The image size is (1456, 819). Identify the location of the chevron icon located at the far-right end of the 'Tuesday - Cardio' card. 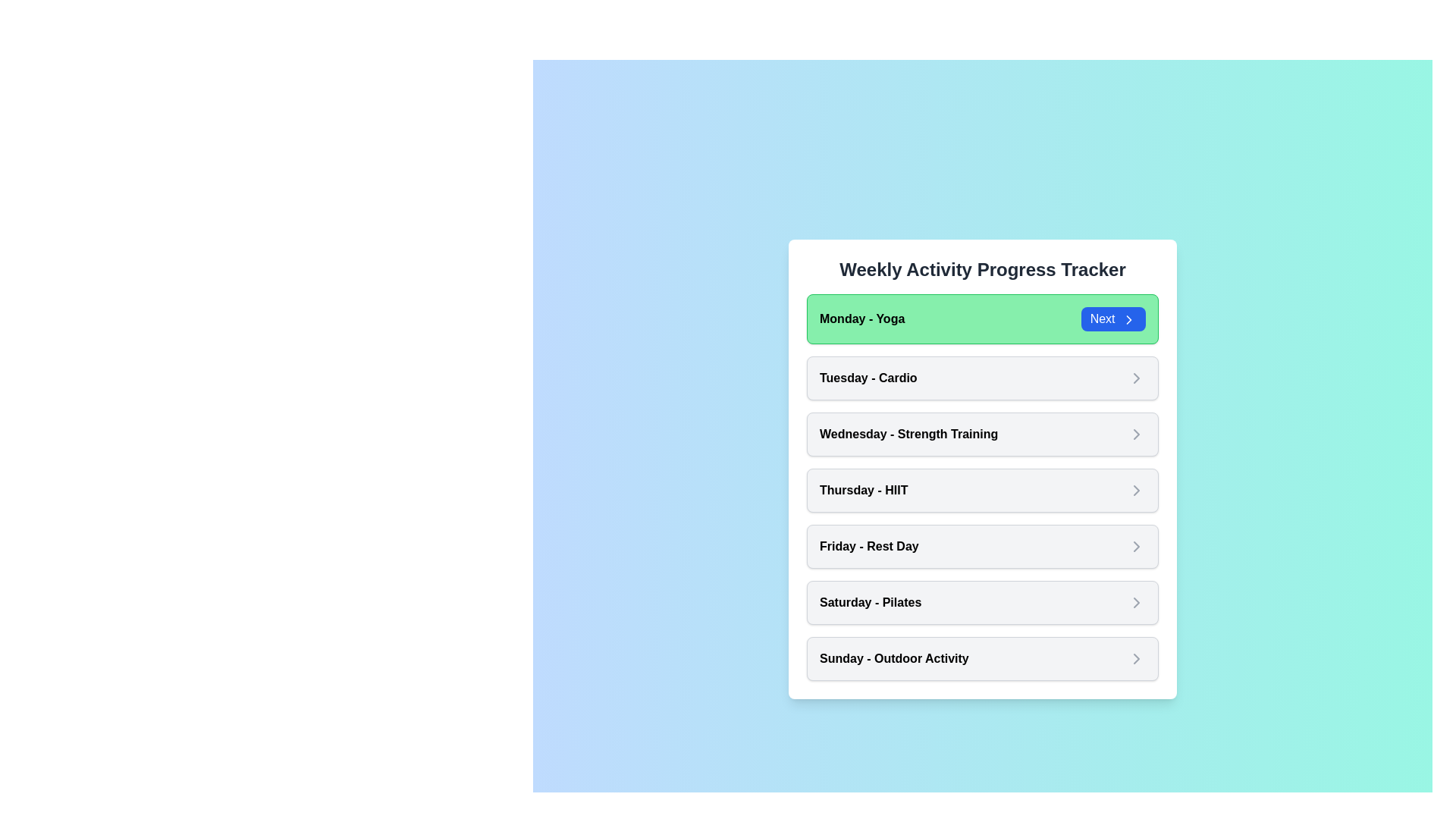
(1136, 377).